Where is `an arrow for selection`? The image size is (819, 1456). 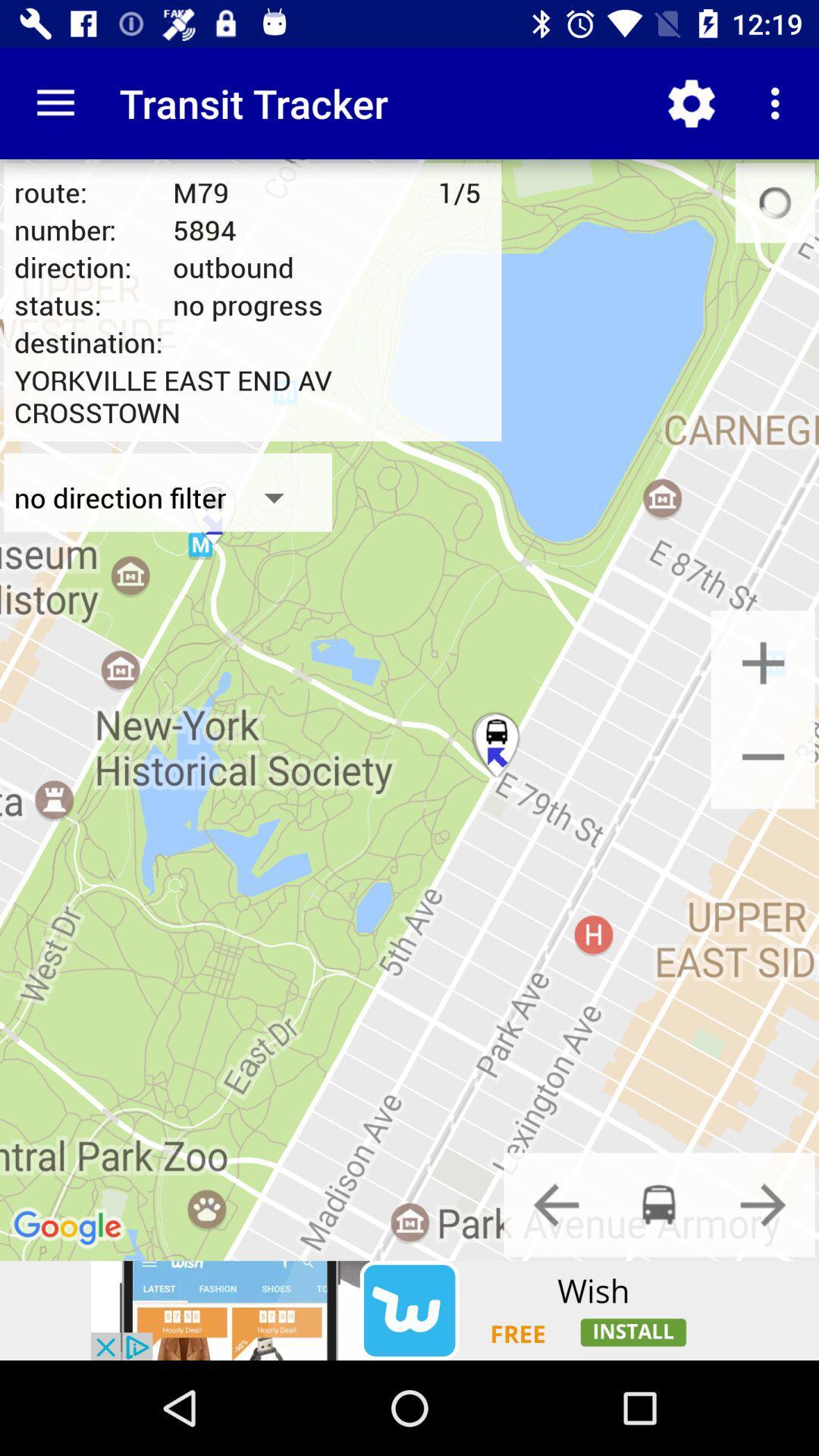 an arrow for selection is located at coordinates (556, 1203).